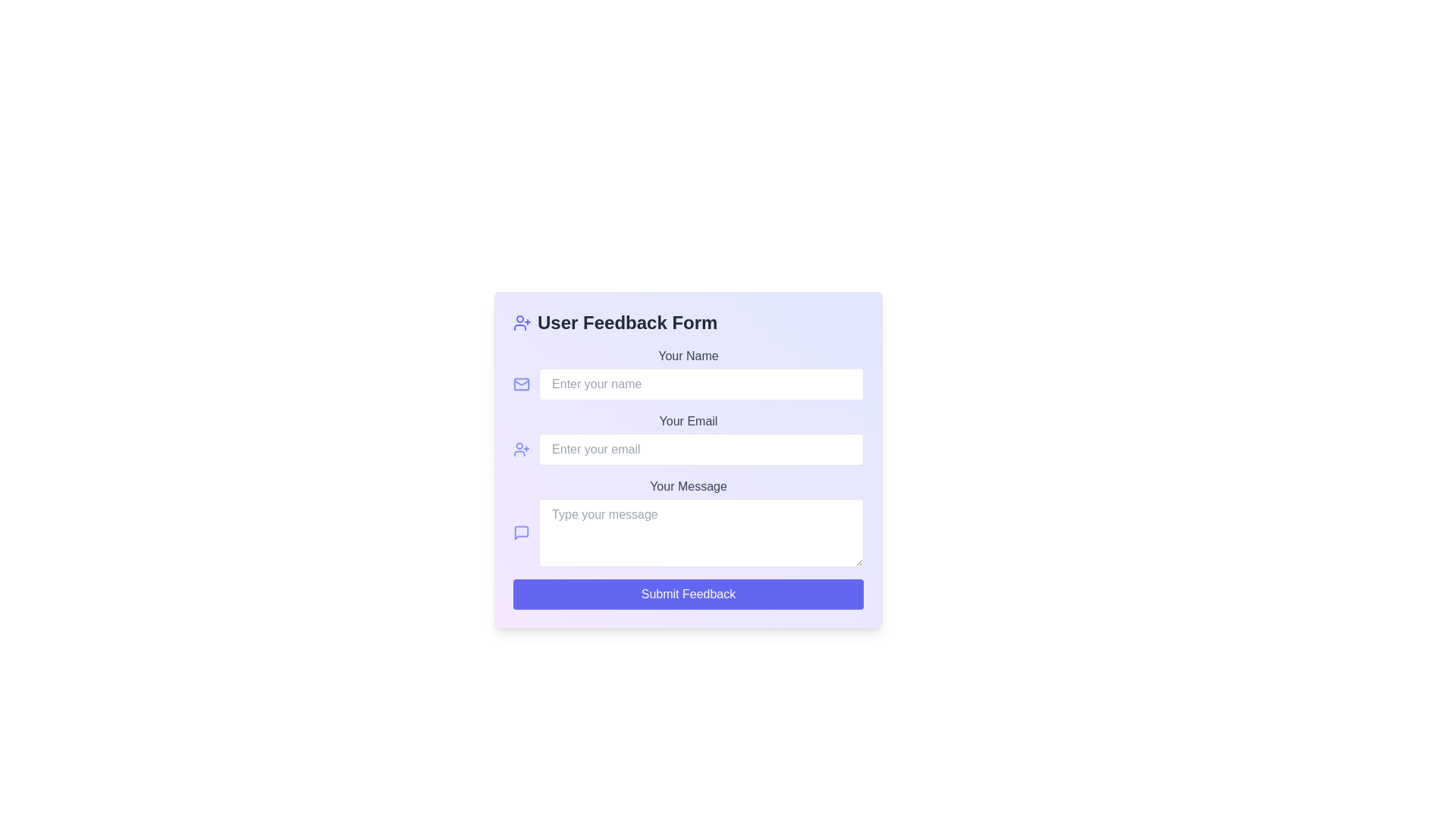 The width and height of the screenshot is (1456, 819). Describe the element at coordinates (522, 383) in the screenshot. I see `background component of the SVG icon representing email functionality, which is located in the top-left quadrant of the form, adjacent to the input field titled 'Your Name.'` at that location.